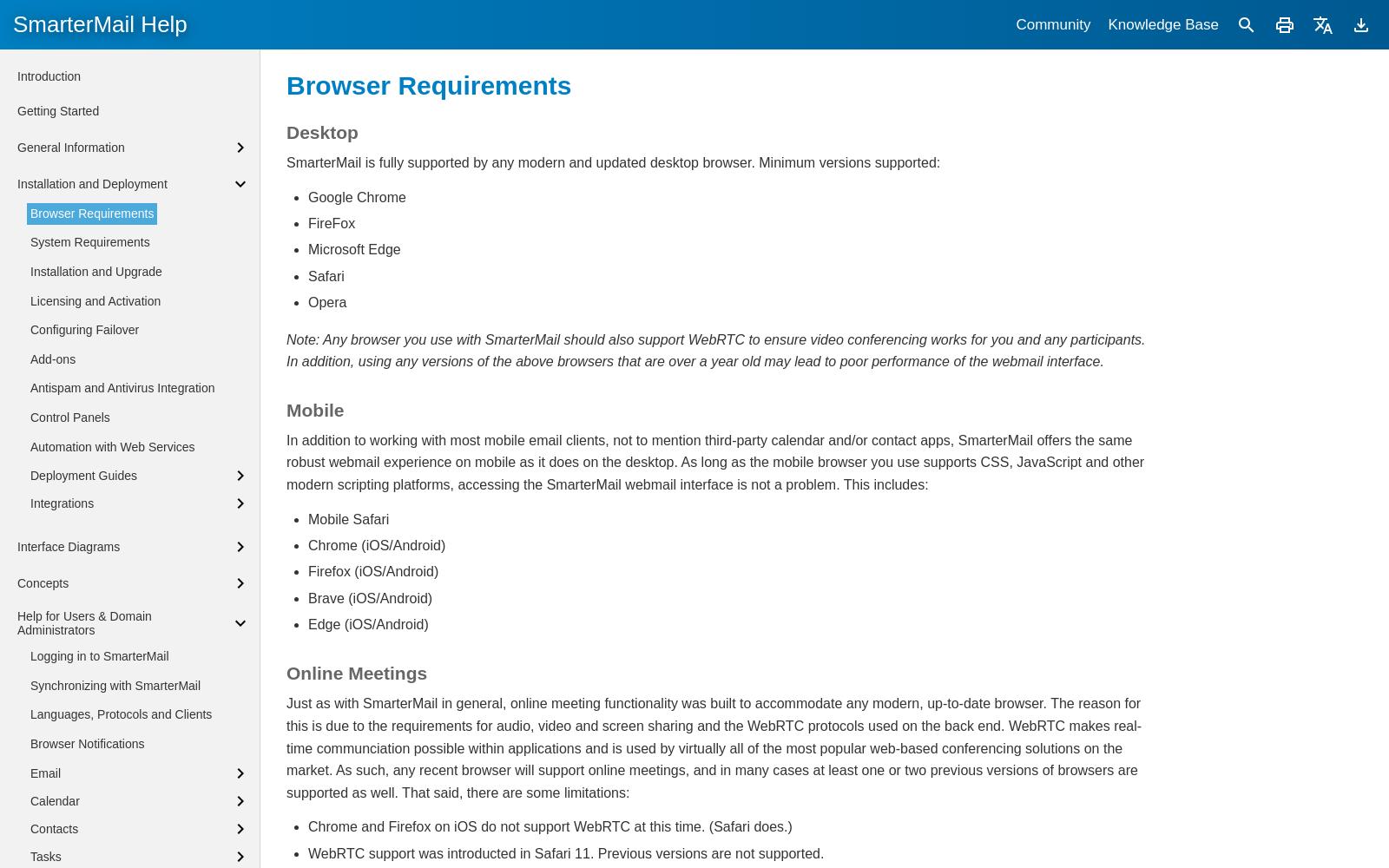  What do you see at coordinates (82, 622) in the screenshot?
I see `'Help for Users & Domain Administrators'` at bounding box center [82, 622].